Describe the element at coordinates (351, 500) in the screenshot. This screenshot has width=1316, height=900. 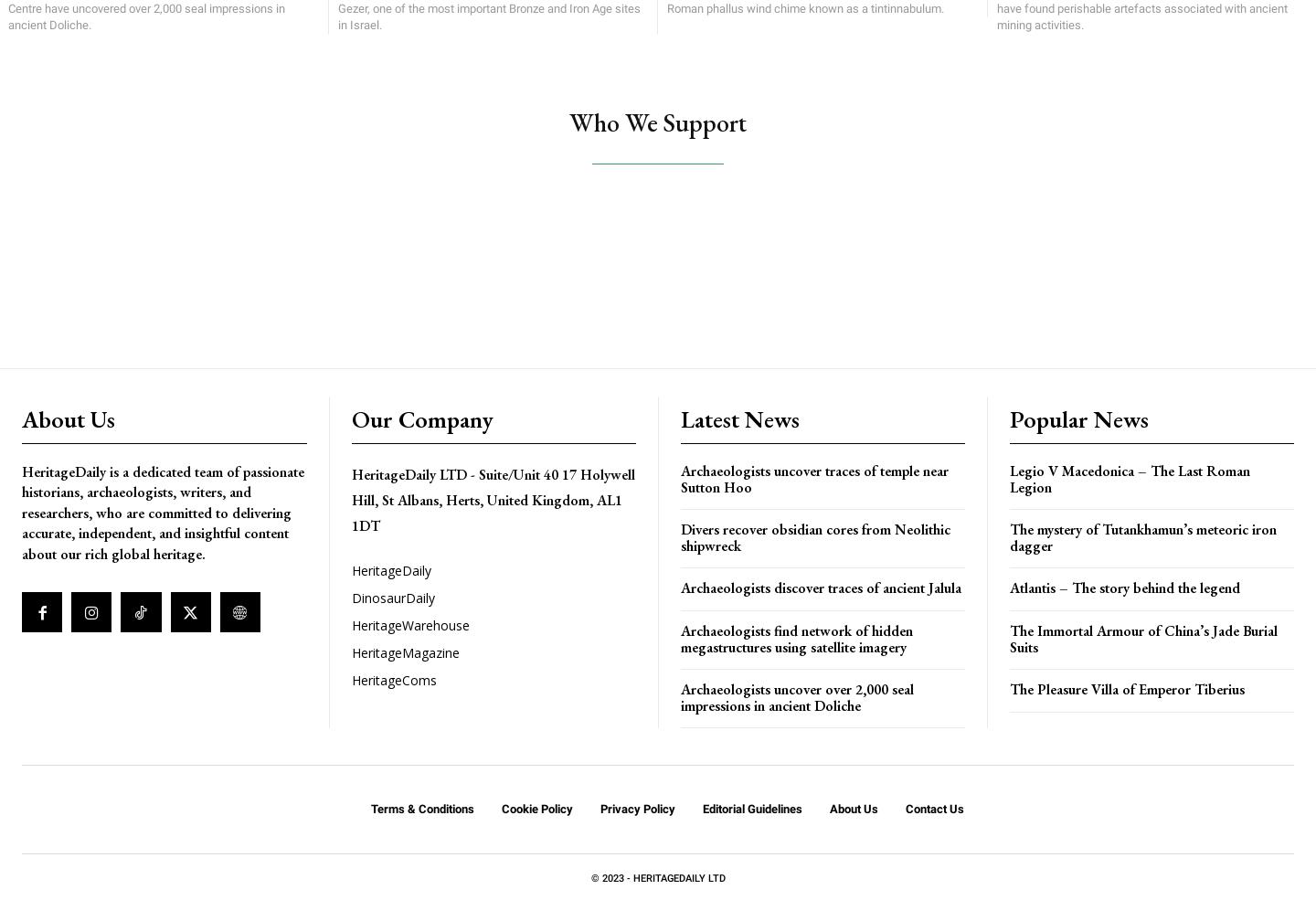
I see `'HeritageDaily LTD - Suite/Unit 40 17 Holywell Hill, St Albans, Herts, United Kingdom, AL1 1DT'` at that location.